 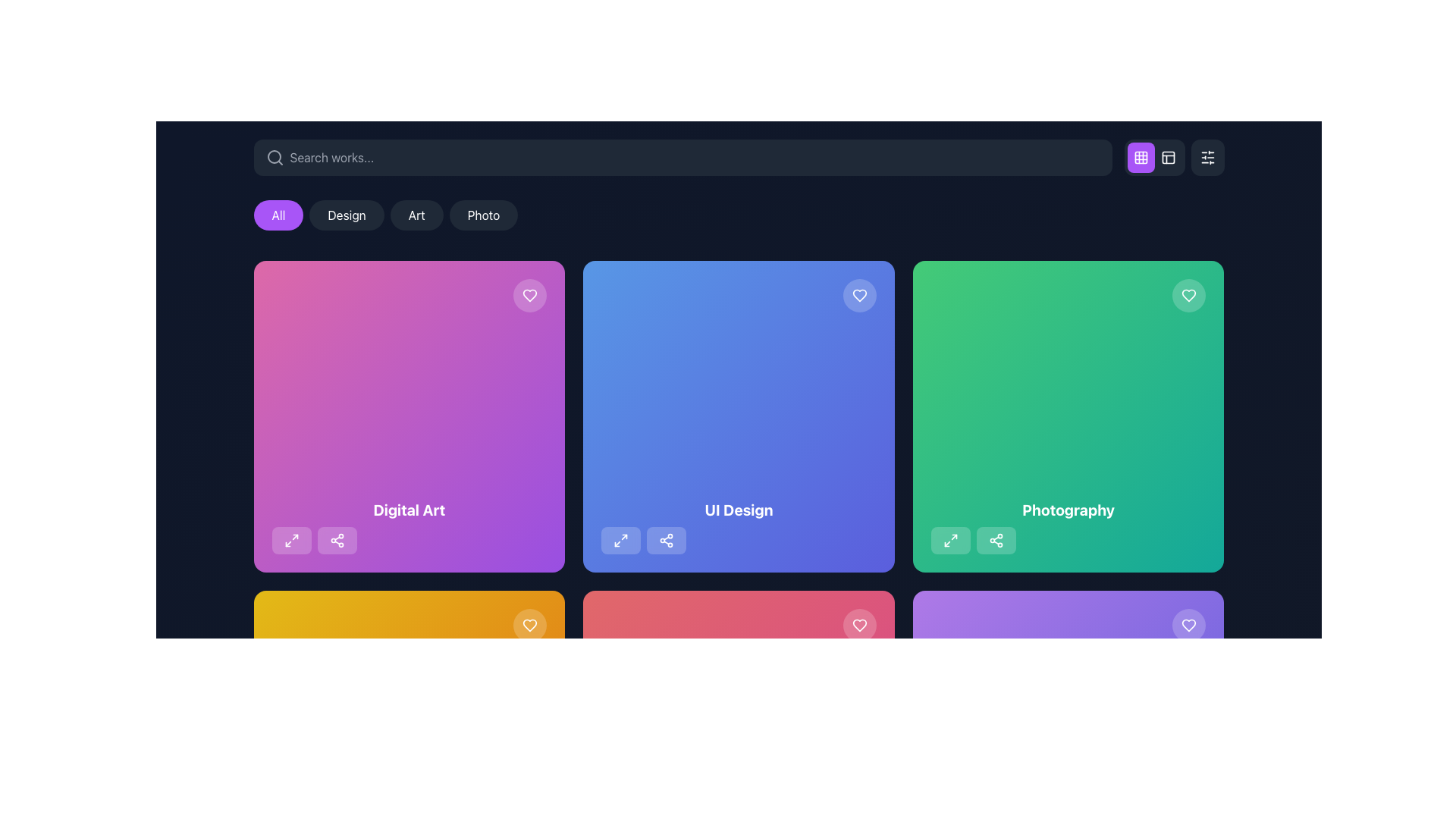 I want to click on the rounded button labeled 'Photo' with a dark gray background, so click(x=483, y=215).